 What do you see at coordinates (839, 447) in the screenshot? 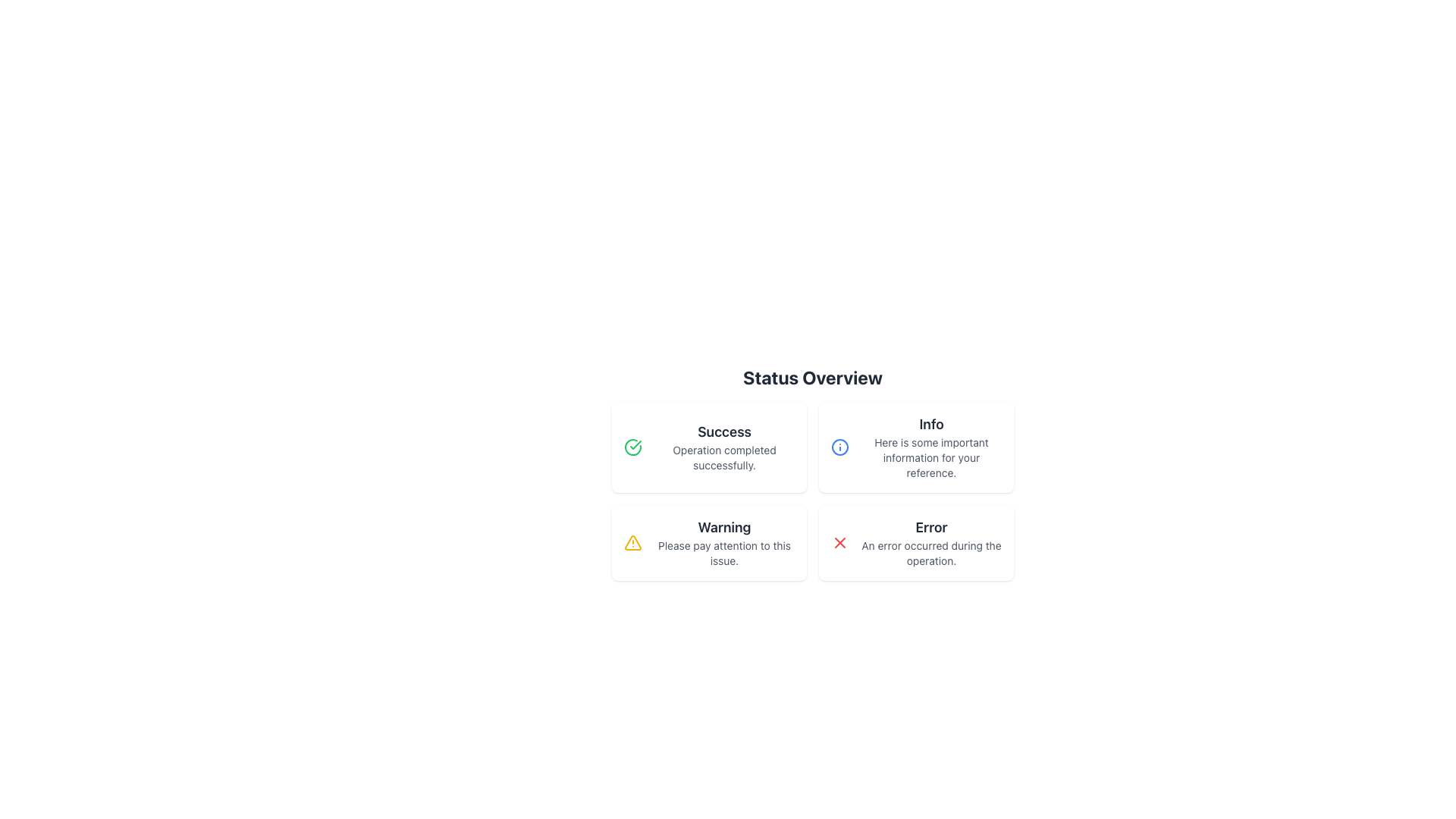
I see `the informational icon located inside the 'Info' card, which is the second card from the left in the top row of the four status message cards under the 'Status Overview' heading` at bounding box center [839, 447].